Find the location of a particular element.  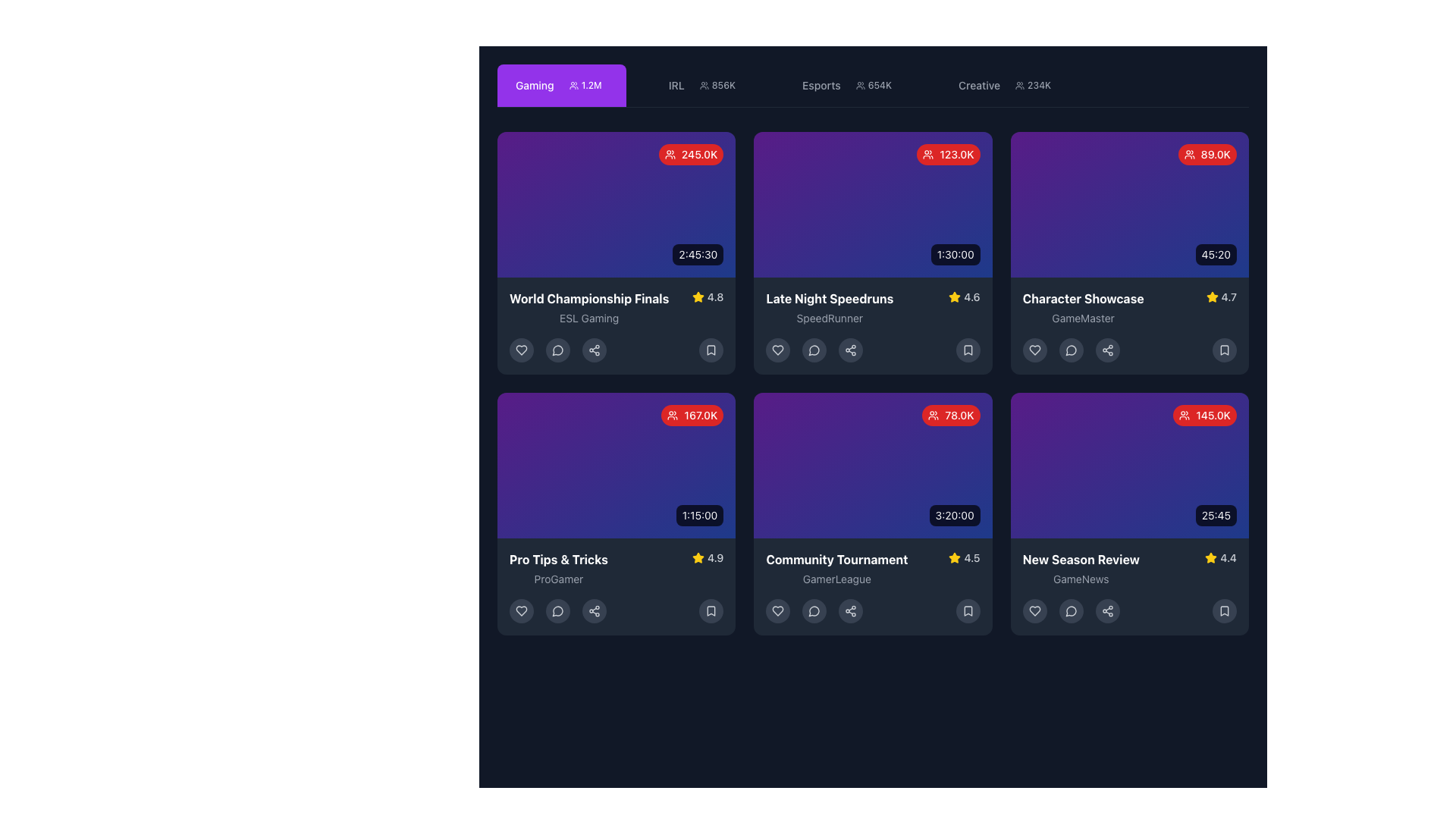

the fifth button from the left in the control bar below the 'Community Tournament' card is located at coordinates (967, 610).